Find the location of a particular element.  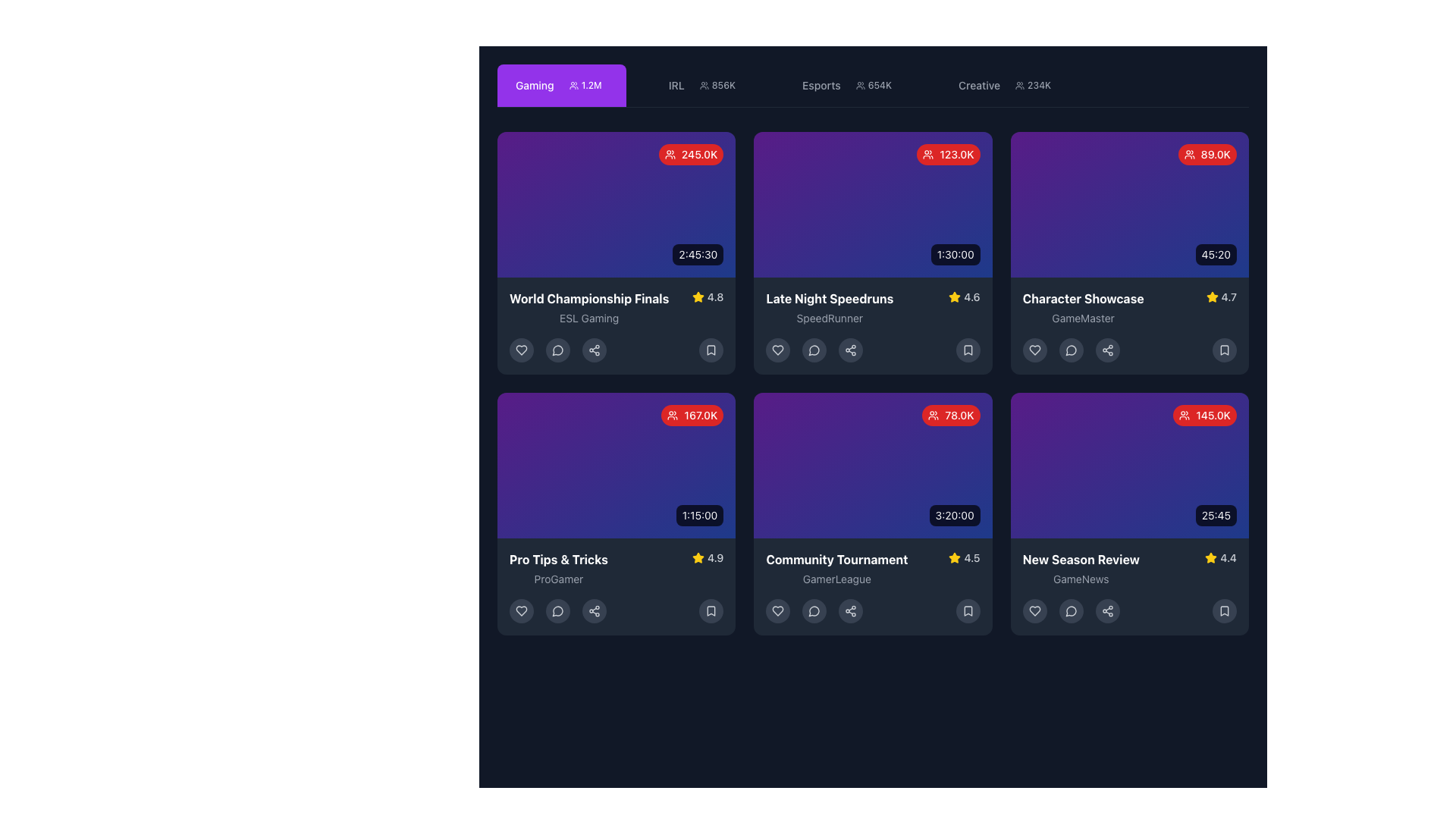

the fifth button from the left in the control bar below the 'Community Tournament' card is located at coordinates (967, 610).